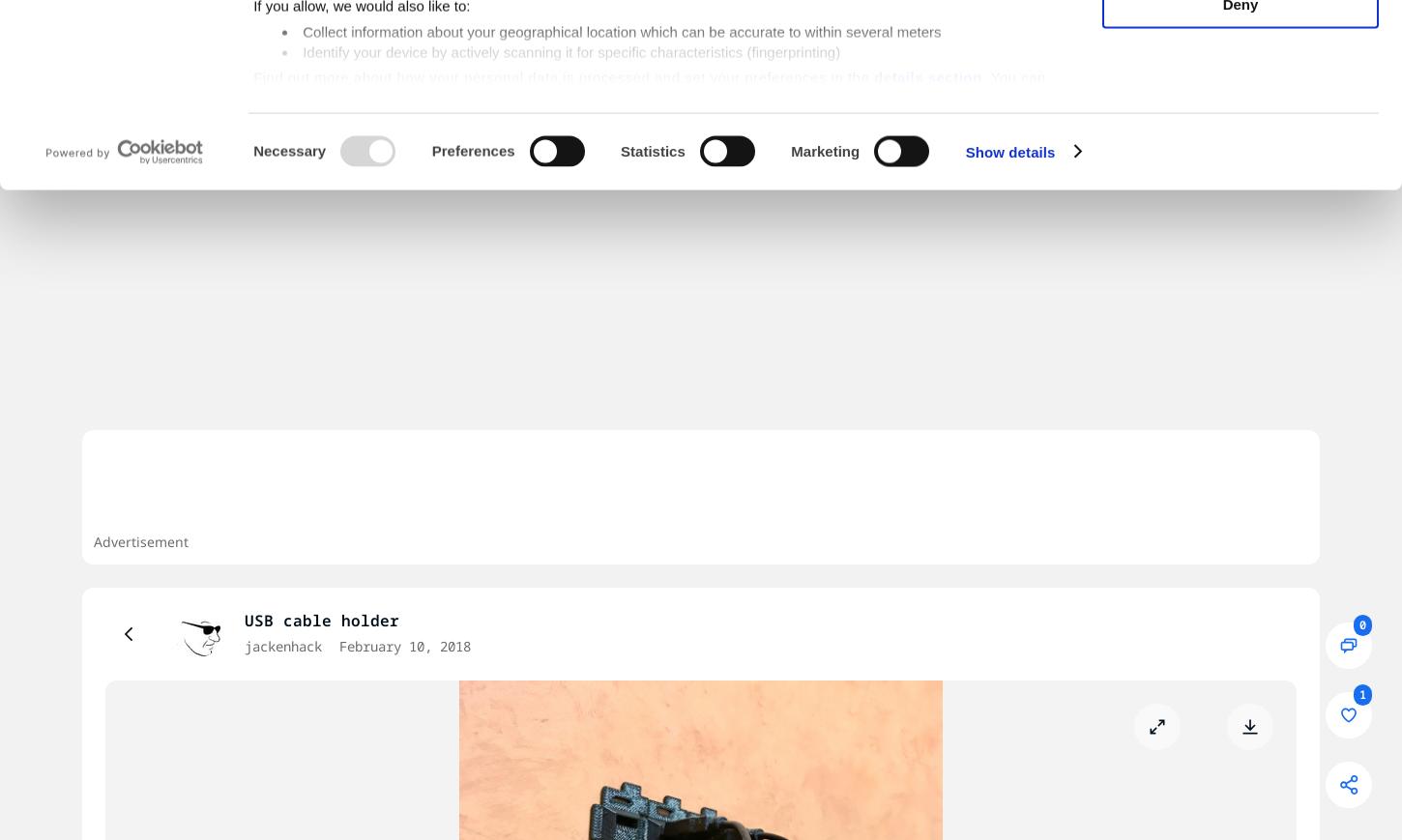 This screenshot has width=1402, height=840. Describe the element at coordinates (571, 207) in the screenshot. I see `'Identify your device by actively scanning it for specific characteristics (fingerprinting)'` at that location.